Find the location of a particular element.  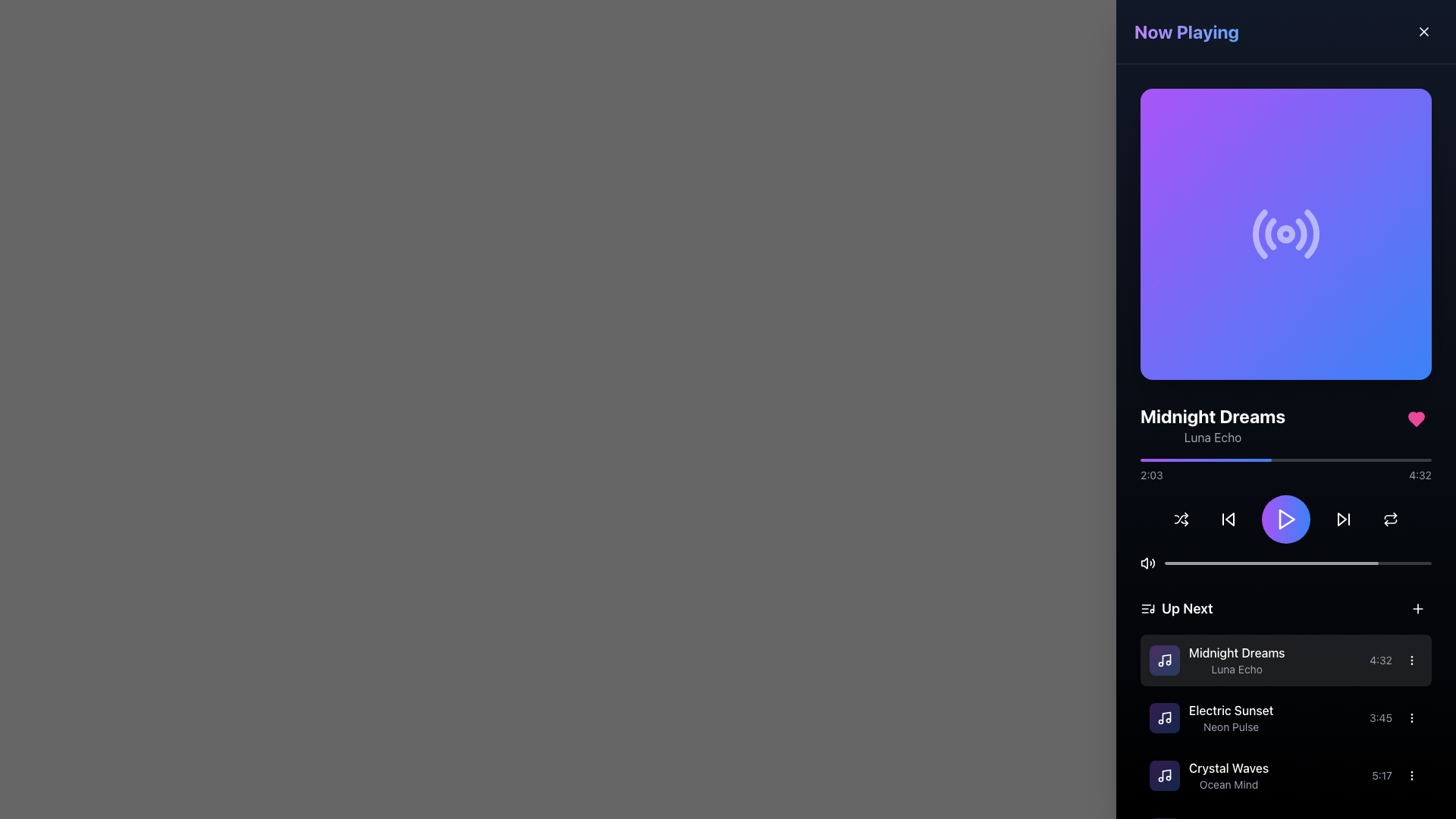

the playback position is located at coordinates (1429, 459).